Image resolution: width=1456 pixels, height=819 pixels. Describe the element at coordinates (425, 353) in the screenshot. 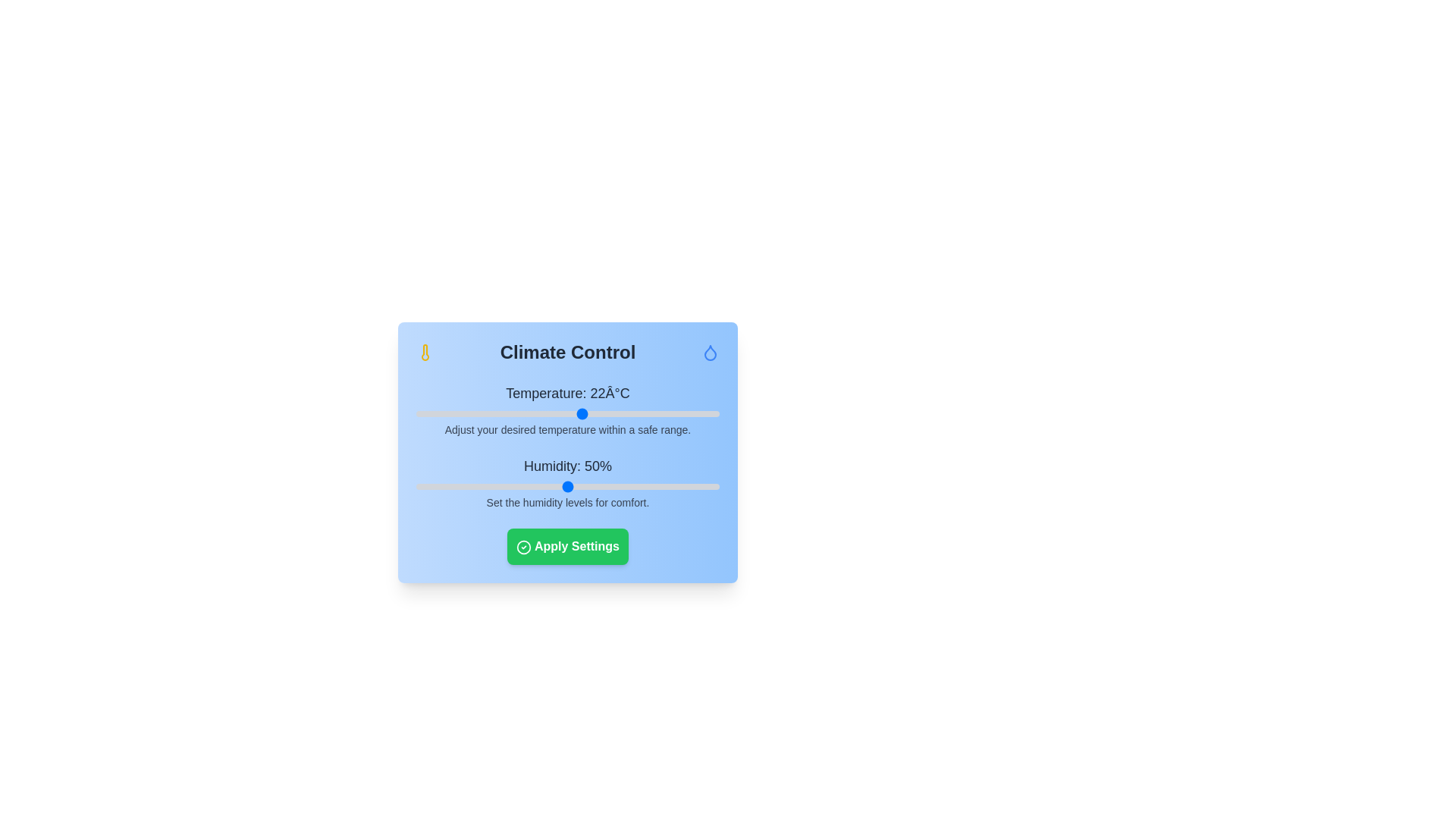

I see `the iconographic representation of a thermometer, which has a yellow outline and is located in the 'Climate Control' section of the interface` at that location.